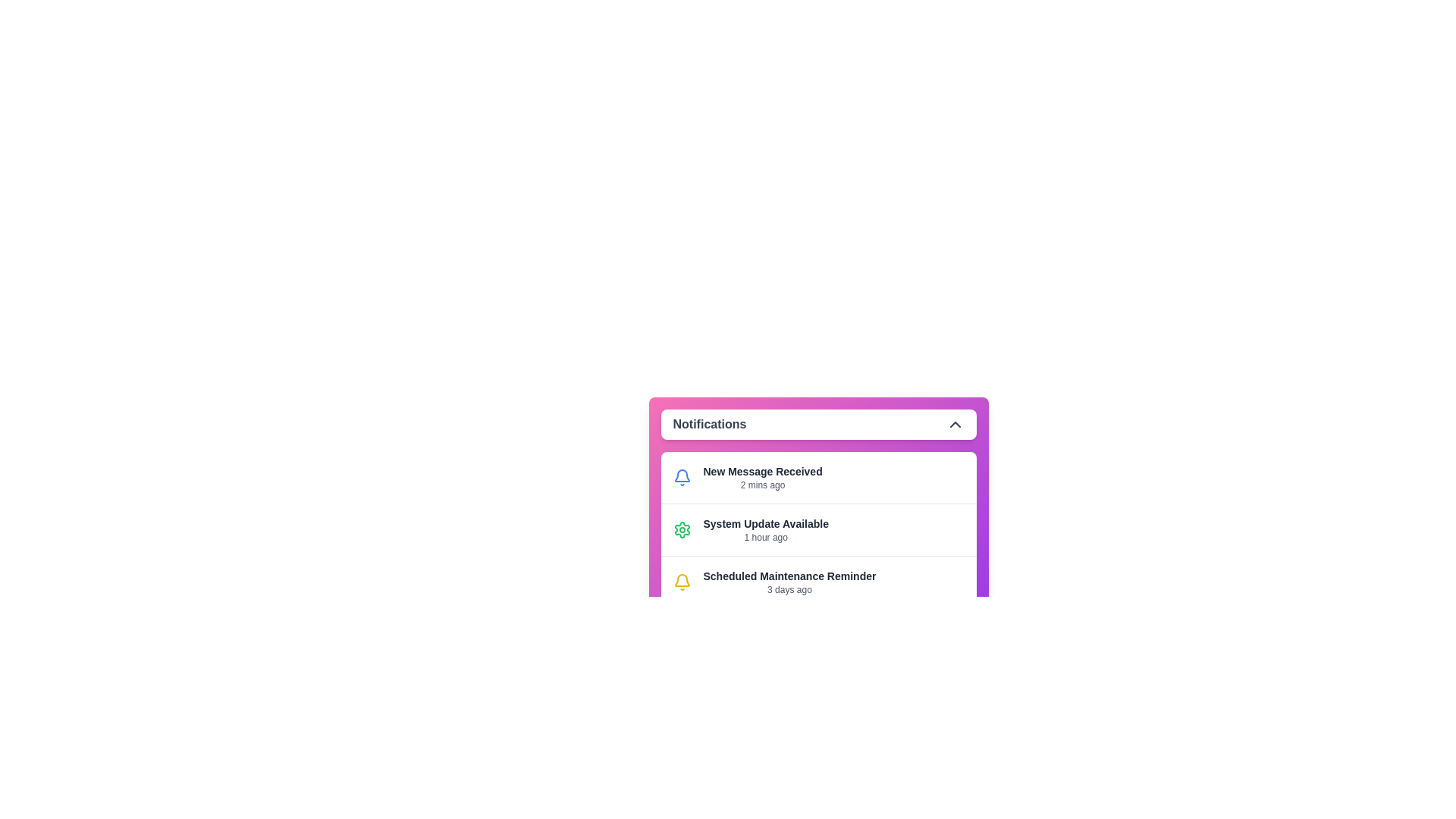 The image size is (1456, 819). What do you see at coordinates (681, 529) in the screenshot?
I see `the green gear-shaped icon located to the left of the text 'System Update Available'` at bounding box center [681, 529].